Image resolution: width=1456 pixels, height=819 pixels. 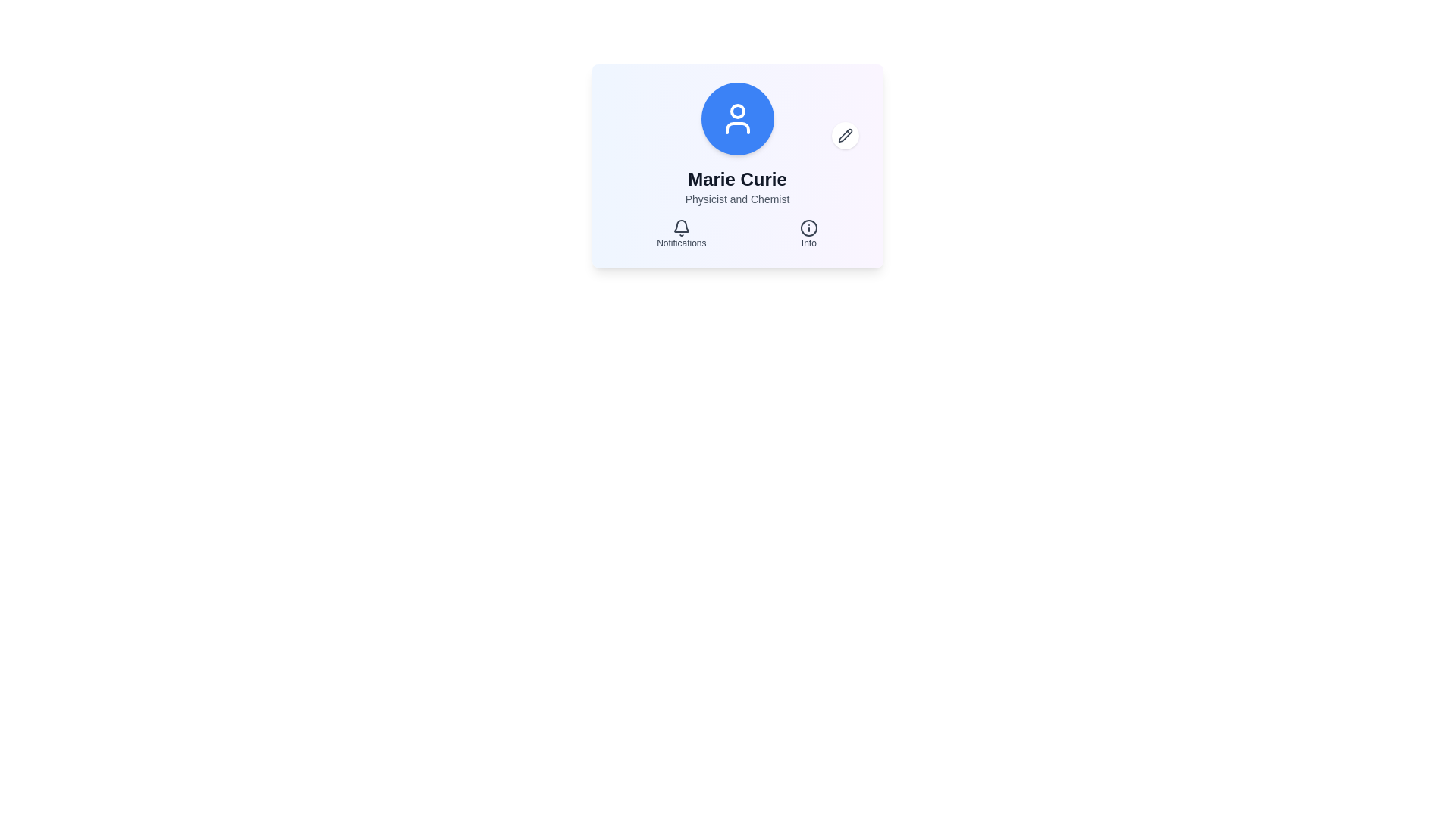 I want to click on the descriptive text label that provides information about an individual, positioned below the circular avatar icon and above the 'Notifications' and 'Info' icons, so click(x=737, y=186).